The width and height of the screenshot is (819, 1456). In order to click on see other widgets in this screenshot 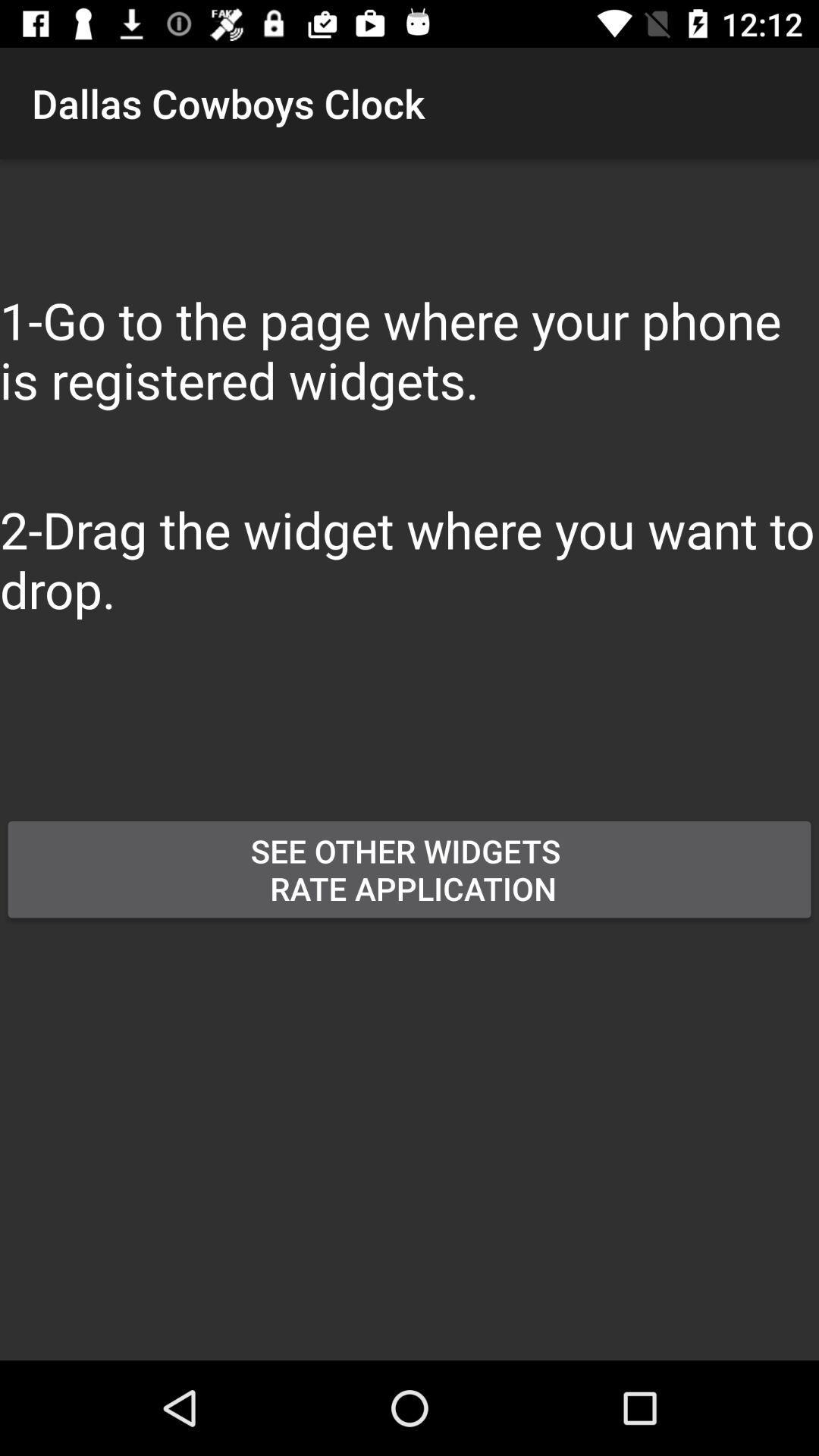, I will do `click(409, 869)`.